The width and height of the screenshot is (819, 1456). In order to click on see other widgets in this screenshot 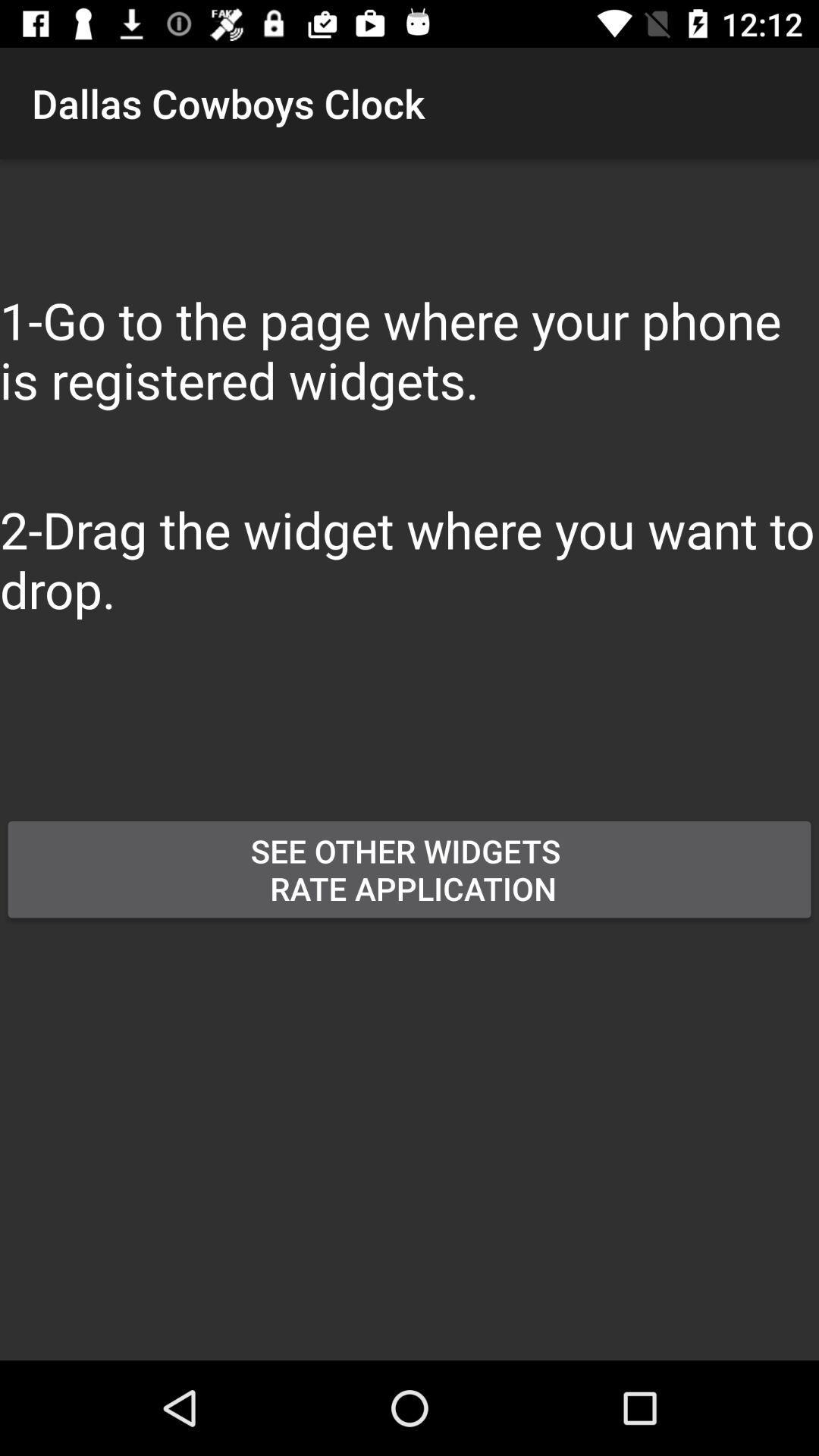, I will do `click(409, 869)`.